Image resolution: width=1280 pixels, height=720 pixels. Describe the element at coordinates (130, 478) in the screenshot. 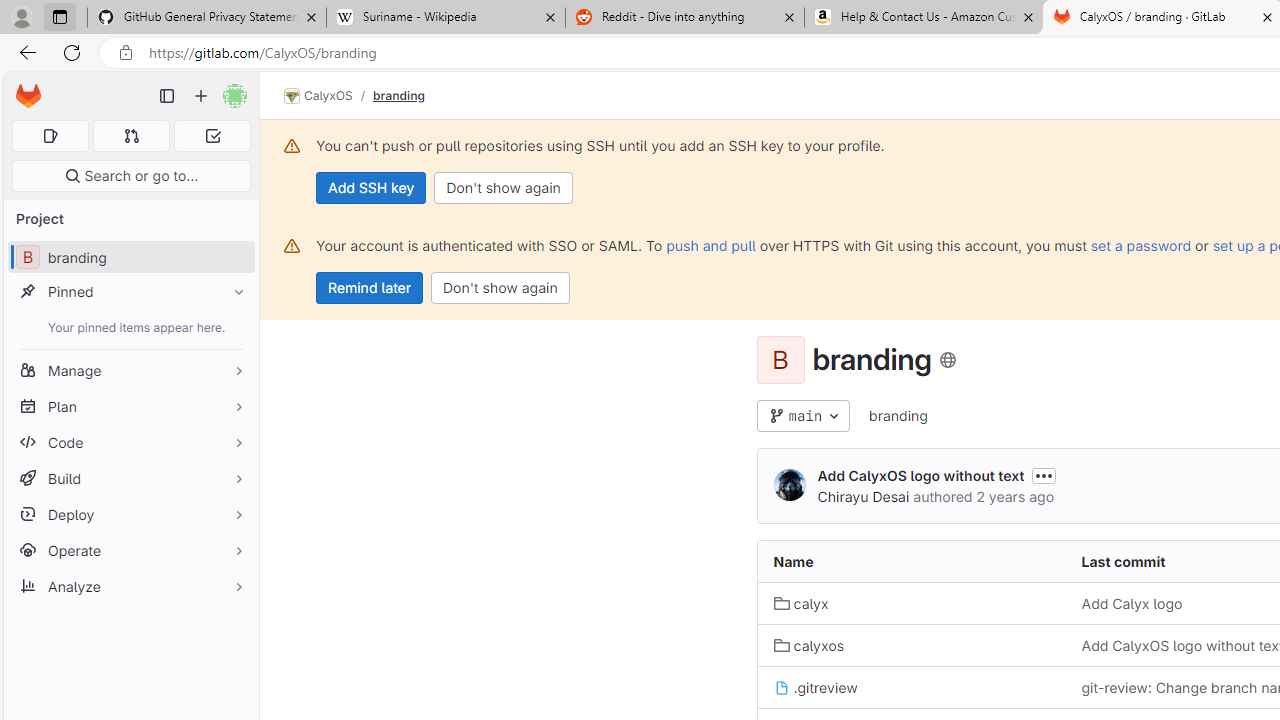

I see `'Build'` at that location.